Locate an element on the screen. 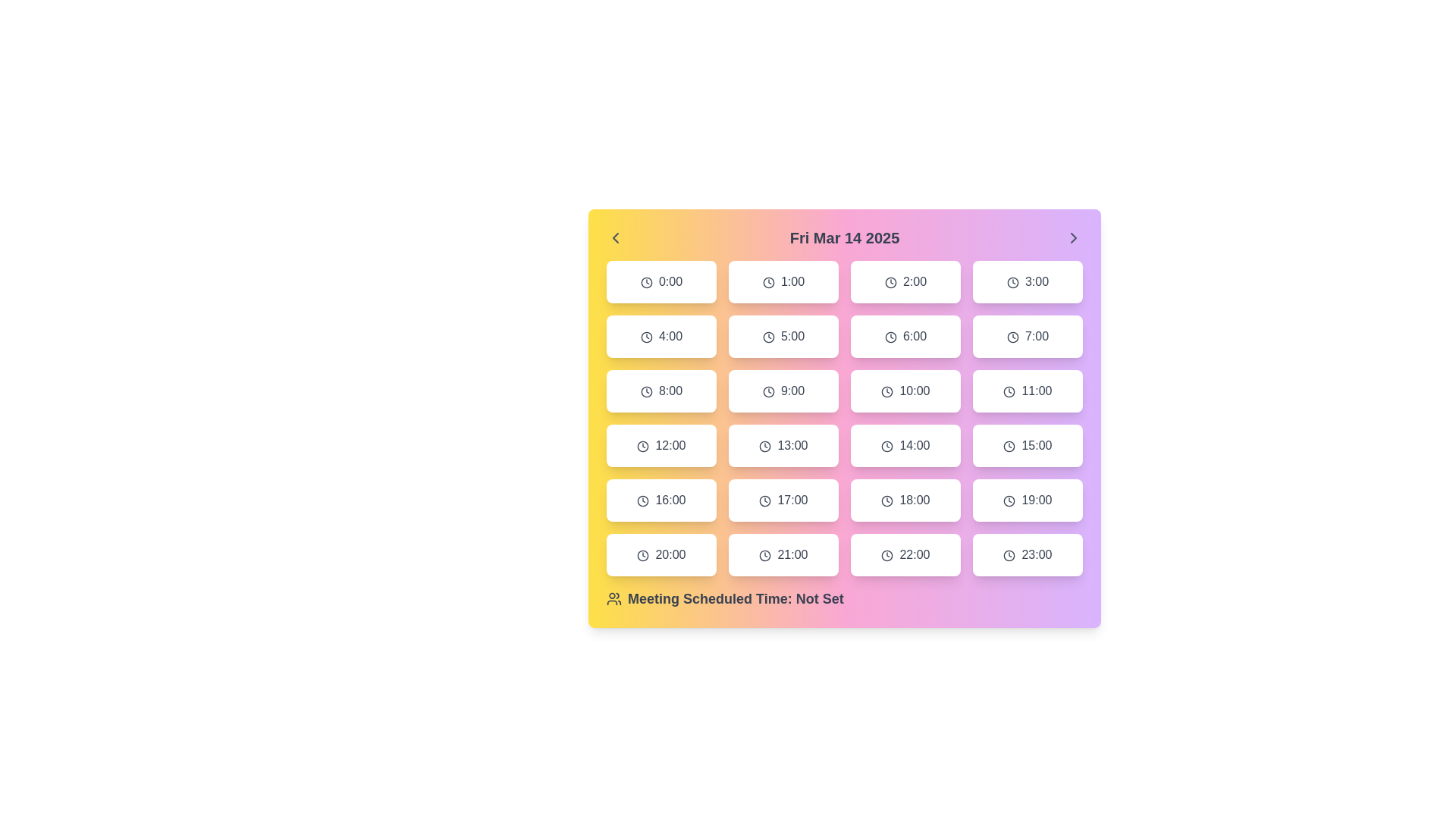  the text label indicating the selected date, which is positioned at the top of the panel and flanked by navigational arrows is located at coordinates (843, 237).